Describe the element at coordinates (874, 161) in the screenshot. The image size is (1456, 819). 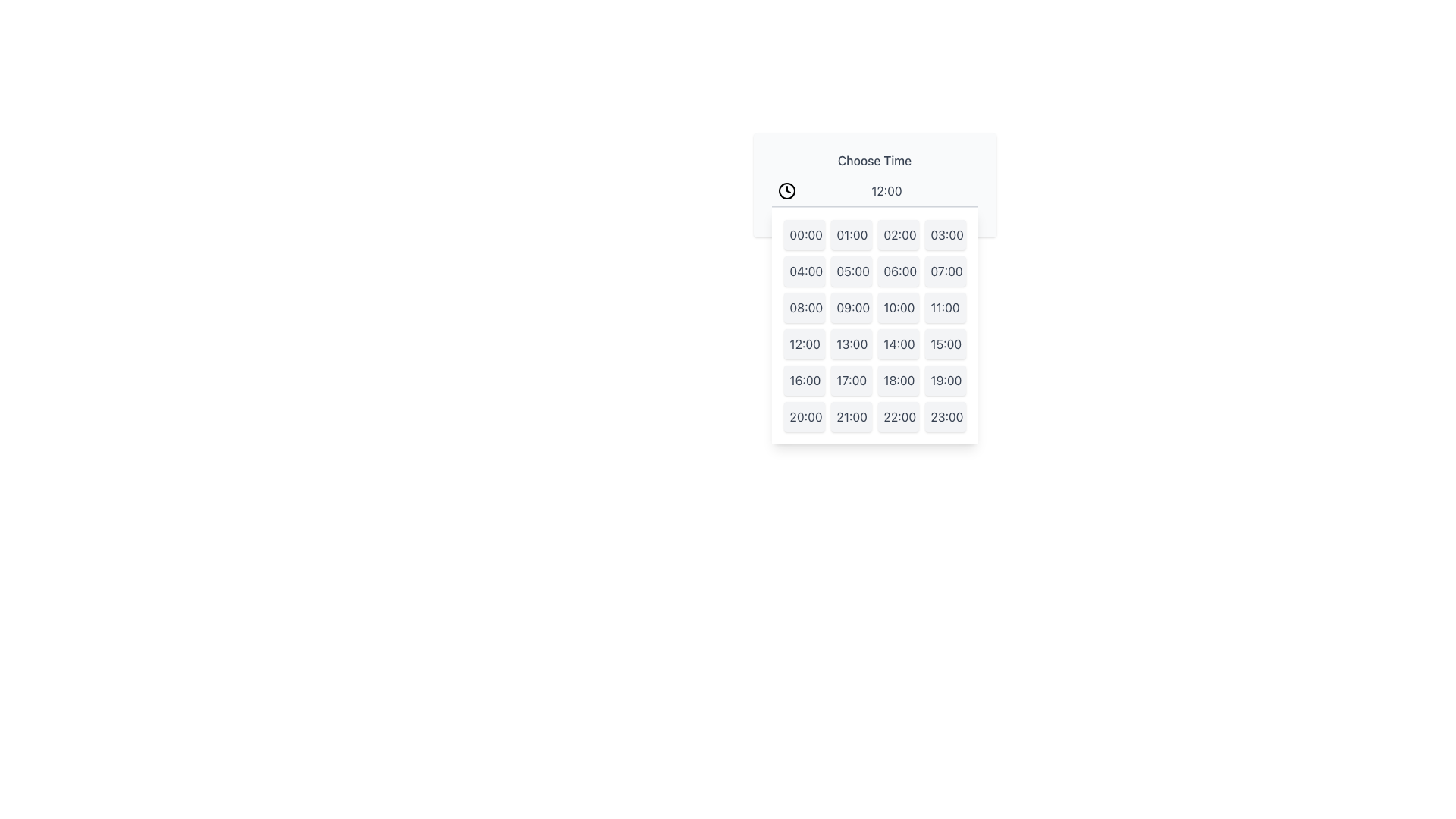
I see `the label that provides context for the time selection interface, positioned above the clock icon and displayed time` at that location.